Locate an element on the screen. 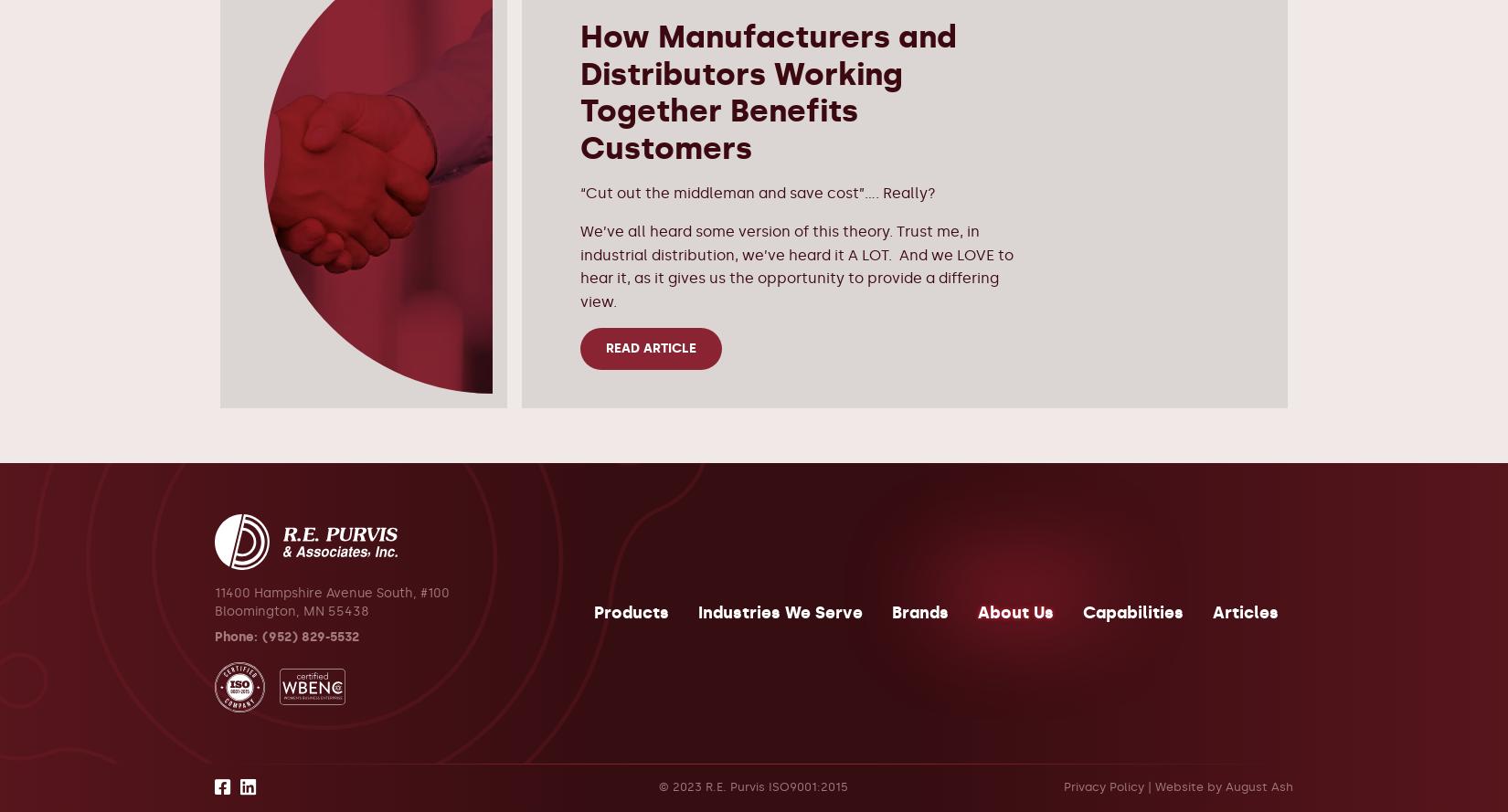 The height and width of the screenshot is (812, 1508). '© 2023 R.E. Purvis ISO9001:2015' is located at coordinates (658, 785).